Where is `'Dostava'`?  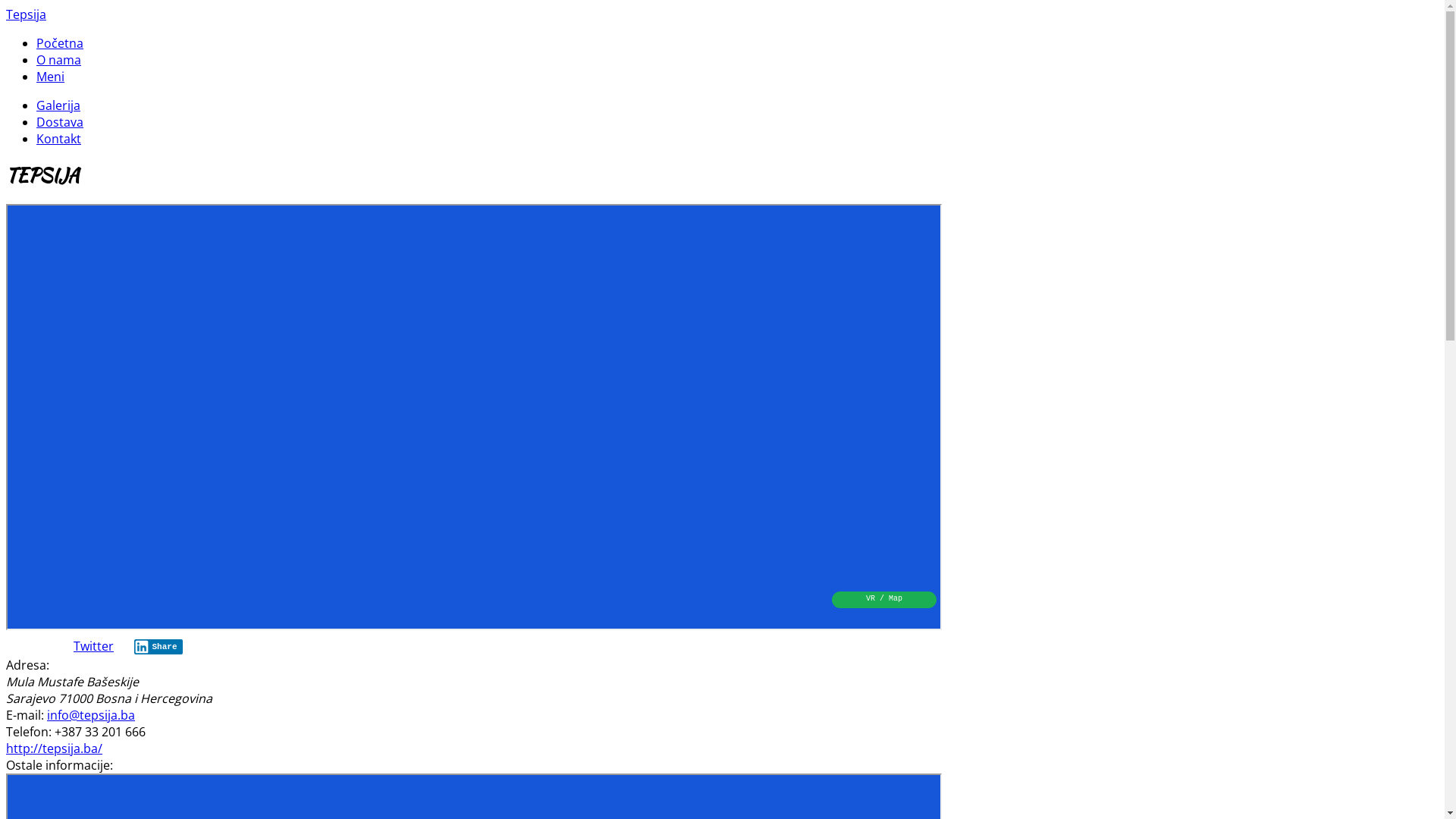
'Dostava' is located at coordinates (59, 121).